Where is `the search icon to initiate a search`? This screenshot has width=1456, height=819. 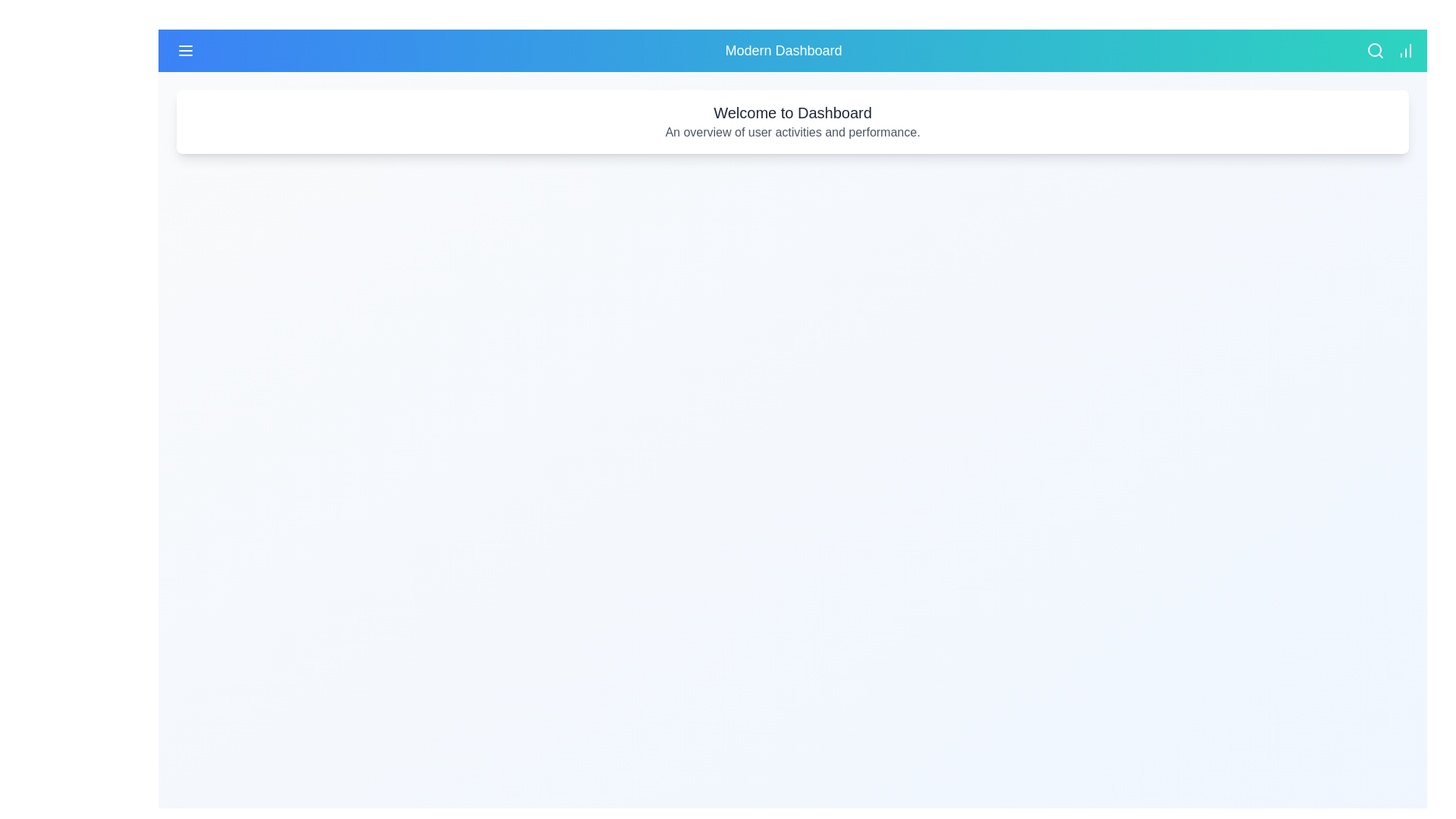
the search icon to initiate a search is located at coordinates (1376, 49).